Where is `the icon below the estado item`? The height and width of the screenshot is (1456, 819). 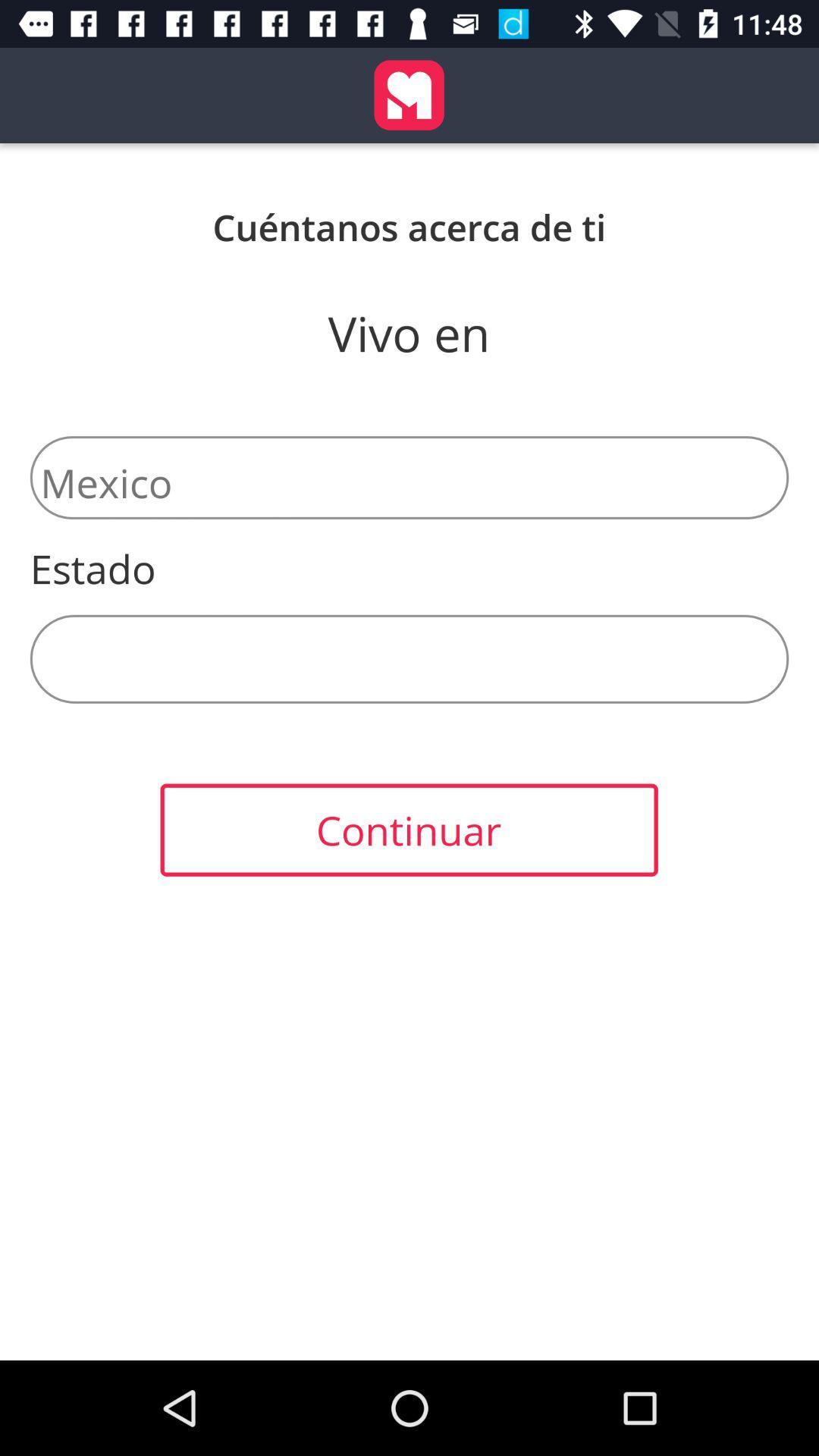 the icon below the estado item is located at coordinates (409, 659).